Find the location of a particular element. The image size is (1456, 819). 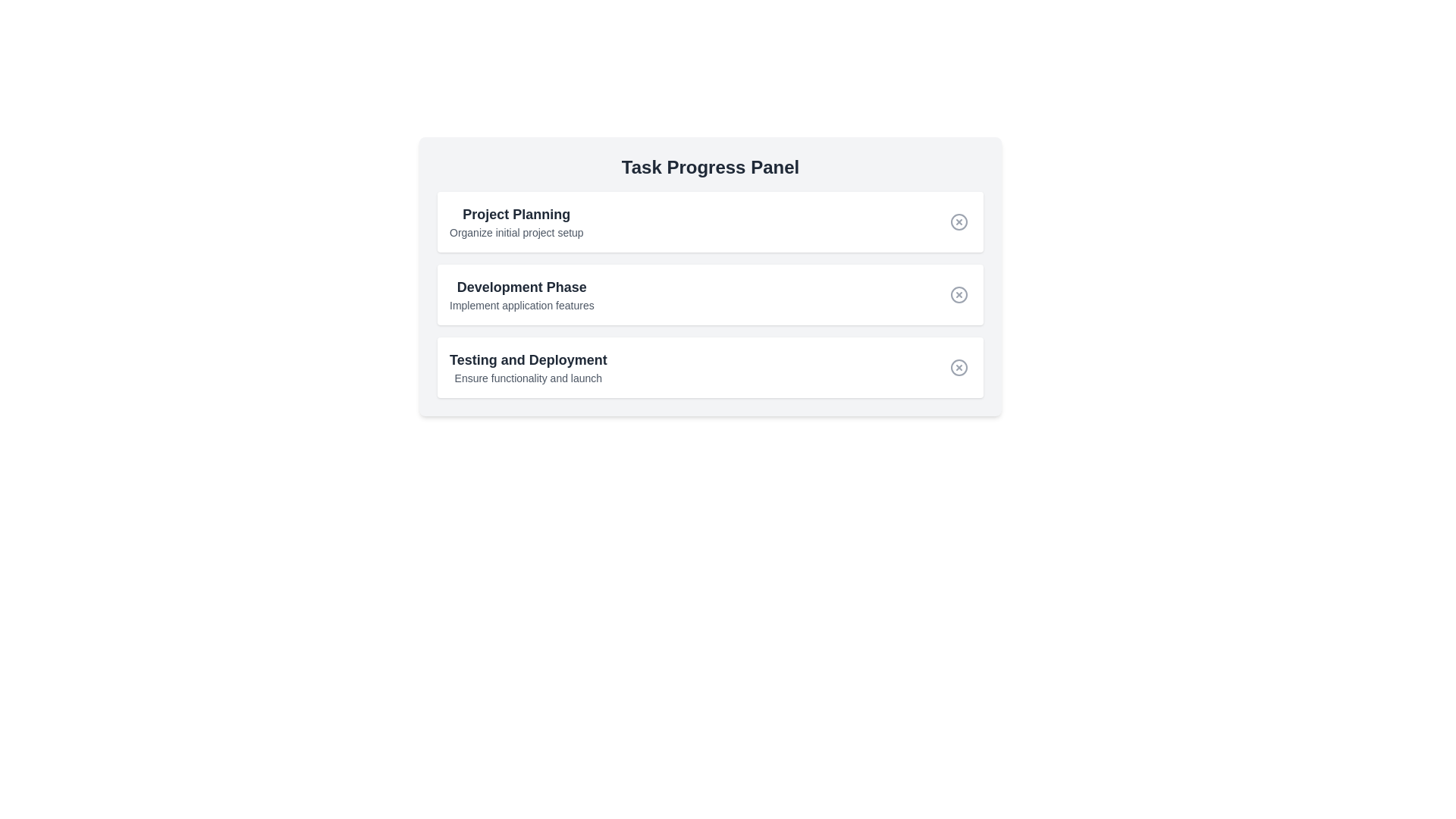

the text label that serves as the title for the 'Project Planning' task located in the top-left part of the 'Task Progress Panel' is located at coordinates (516, 214).